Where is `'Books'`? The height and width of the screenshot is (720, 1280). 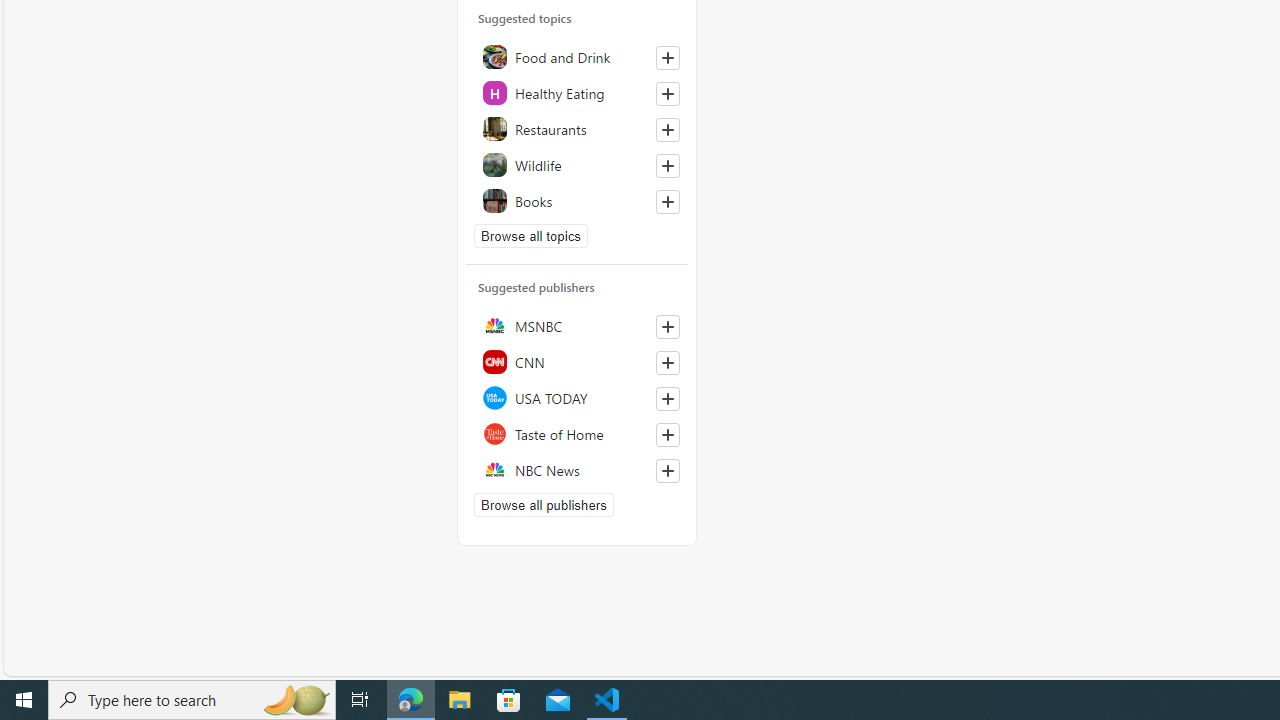
'Books' is located at coordinates (576, 201).